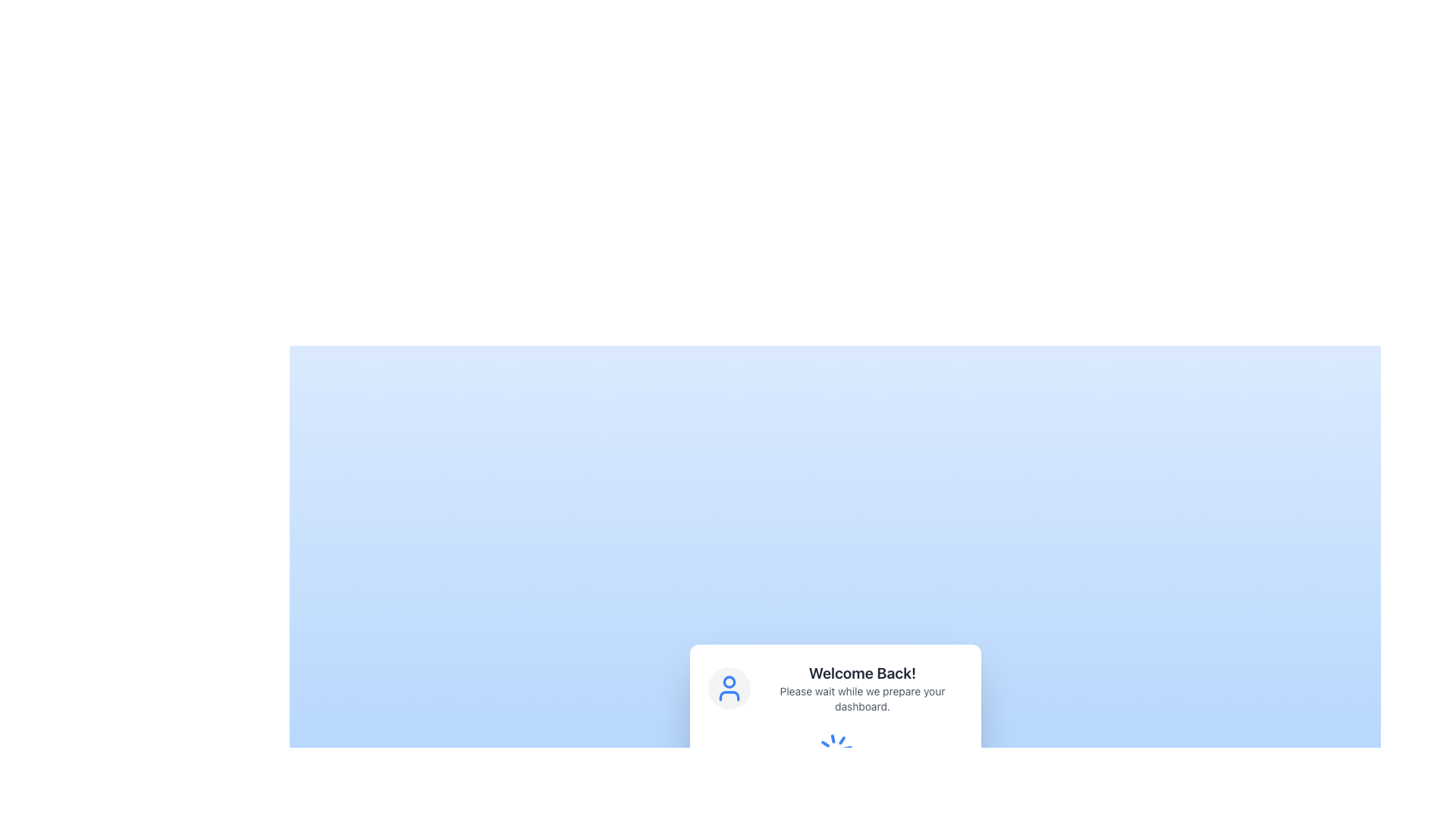  Describe the element at coordinates (729, 688) in the screenshot. I see `the decorative icon located at the top-left corner of the welcoming card, which contains the title 'Welcome Back!' and the subtitle 'Please wait while we prepare your dashboard.'` at that location.